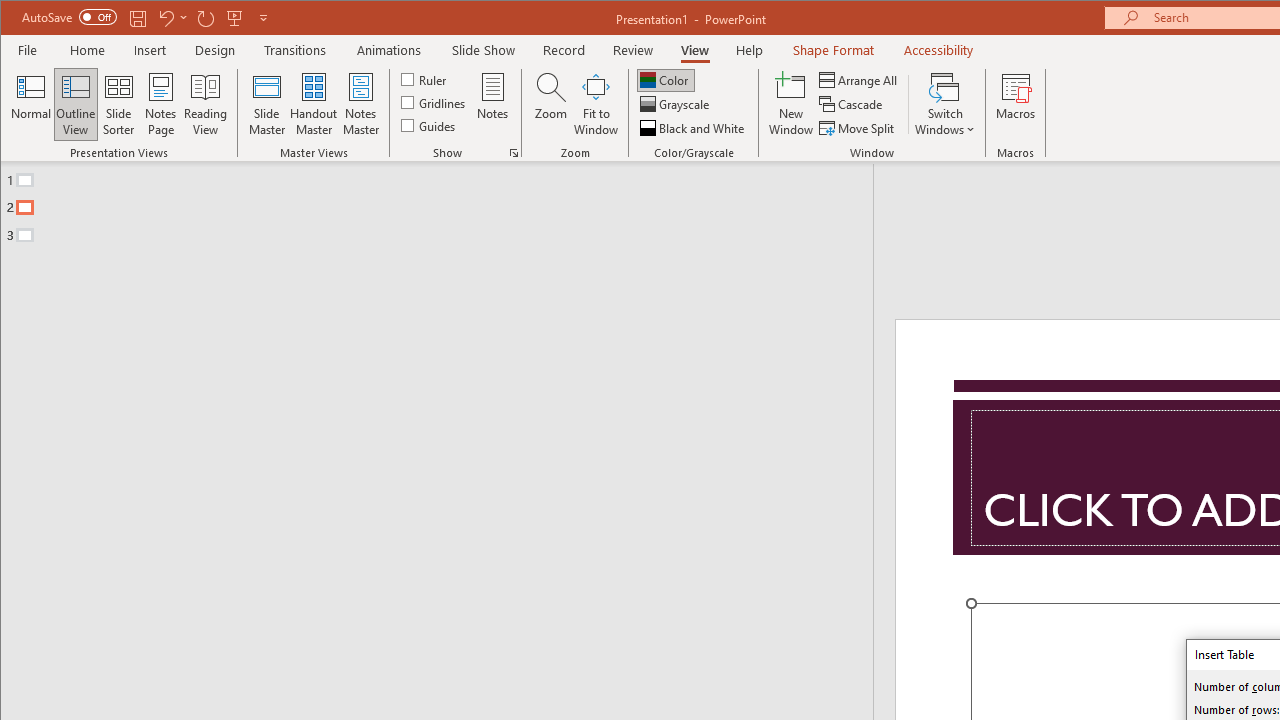 The height and width of the screenshot is (720, 1280). Describe the element at coordinates (1016, 104) in the screenshot. I see `'Macros'` at that location.